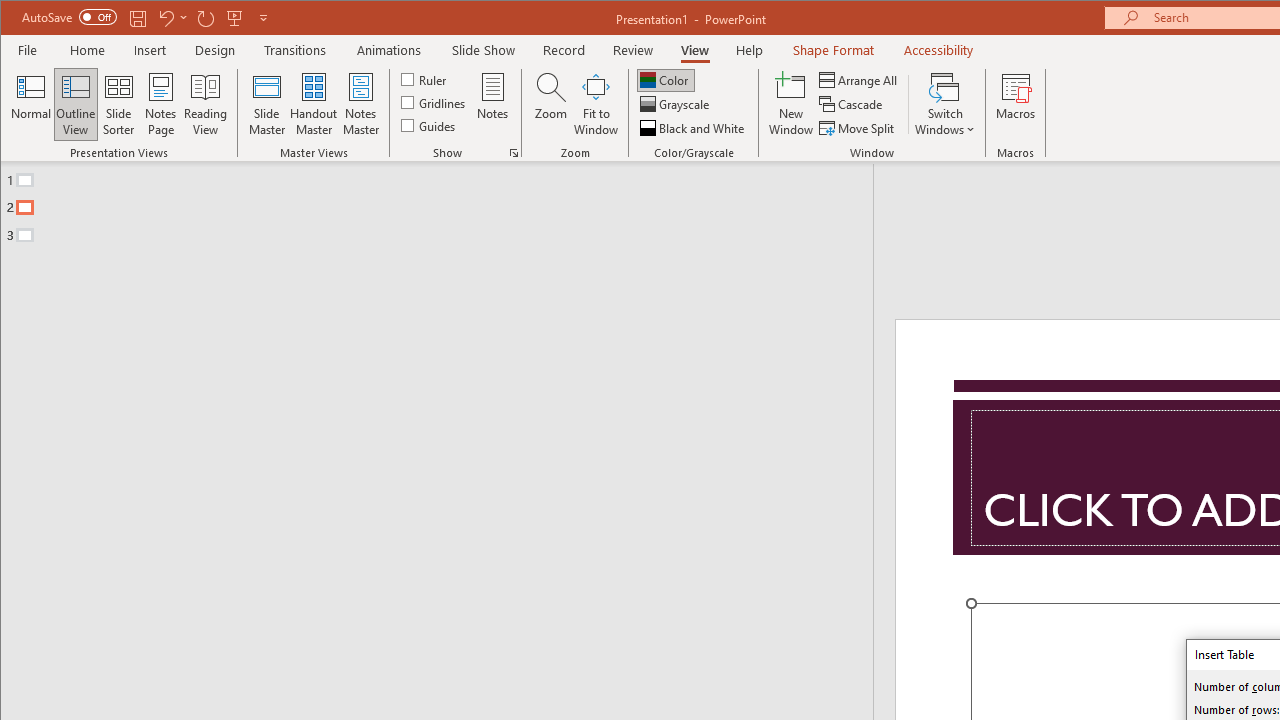 The height and width of the screenshot is (720, 1280). Describe the element at coordinates (1016, 104) in the screenshot. I see `'Macros'` at that location.